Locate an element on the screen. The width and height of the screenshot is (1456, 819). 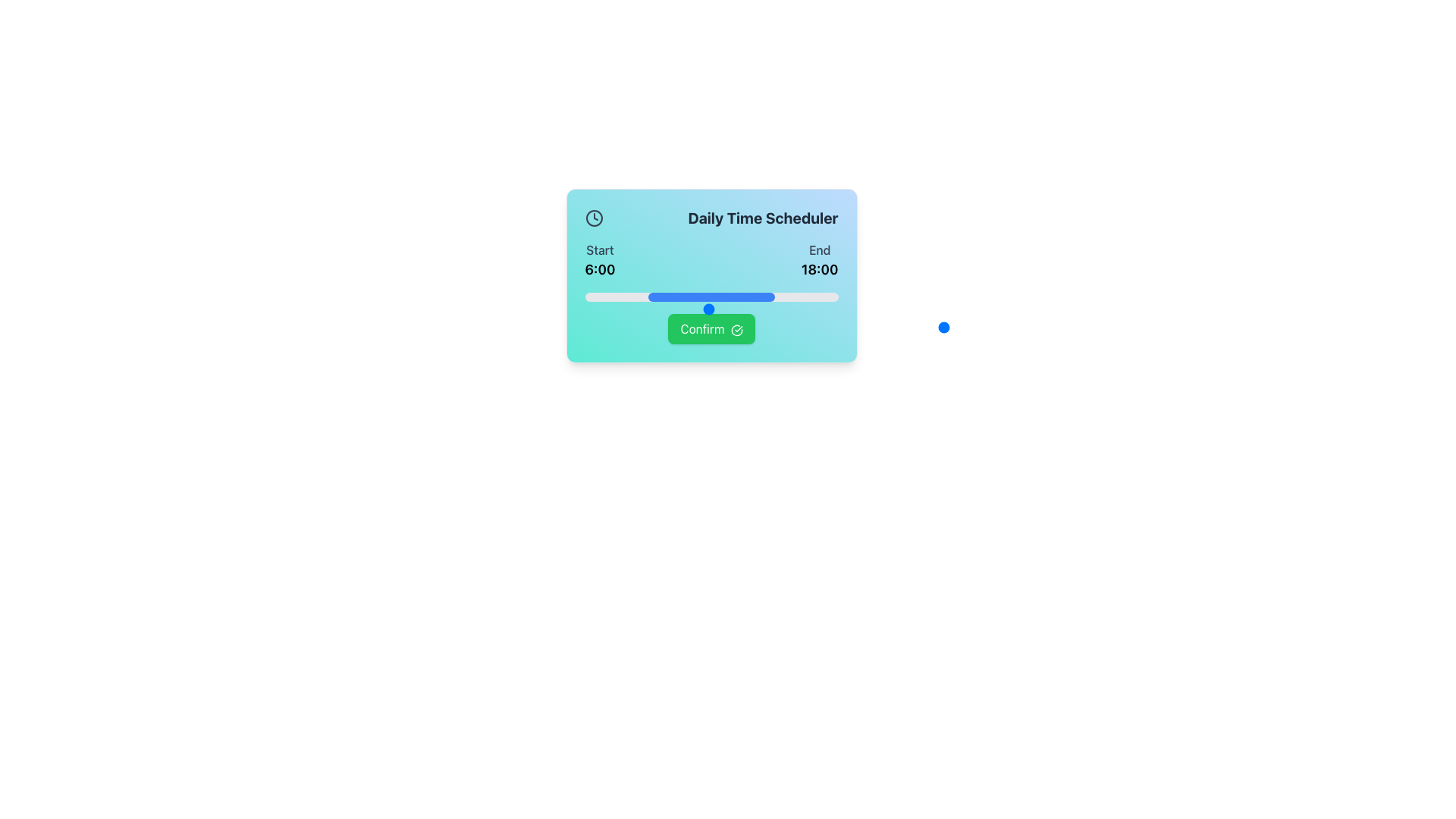
the time value is located at coordinates (786, 309).